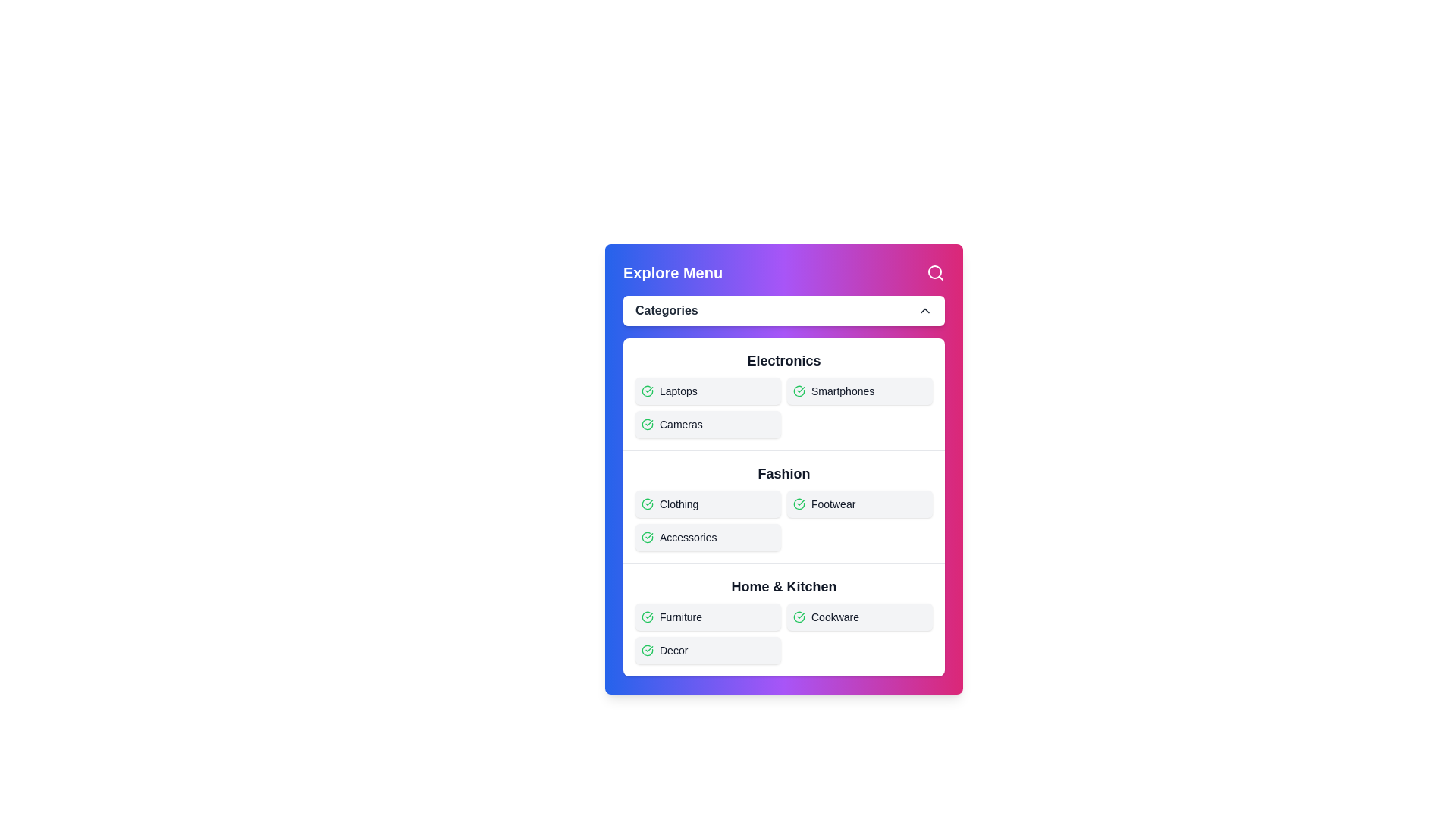 Image resolution: width=1456 pixels, height=819 pixels. What do you see at coordinates (648, 504) in the screenshot?
I see `the circular green checkmark icon indicating 'success' status located next to the 'Clothing' text in the Fashion section` at bounding box center [648, 504].